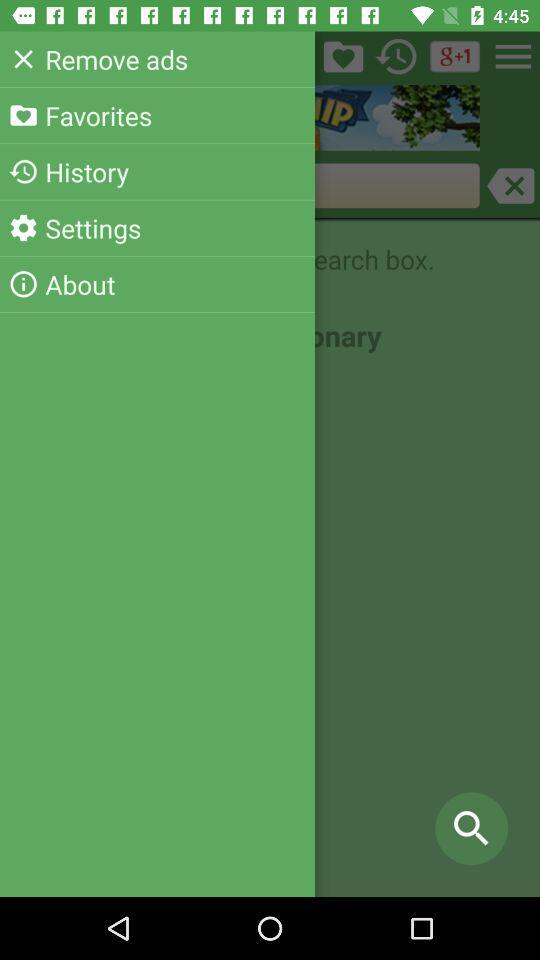 The height and width of the screenshot is (960, 540). I want to click on the close icon, so click(510, 185).